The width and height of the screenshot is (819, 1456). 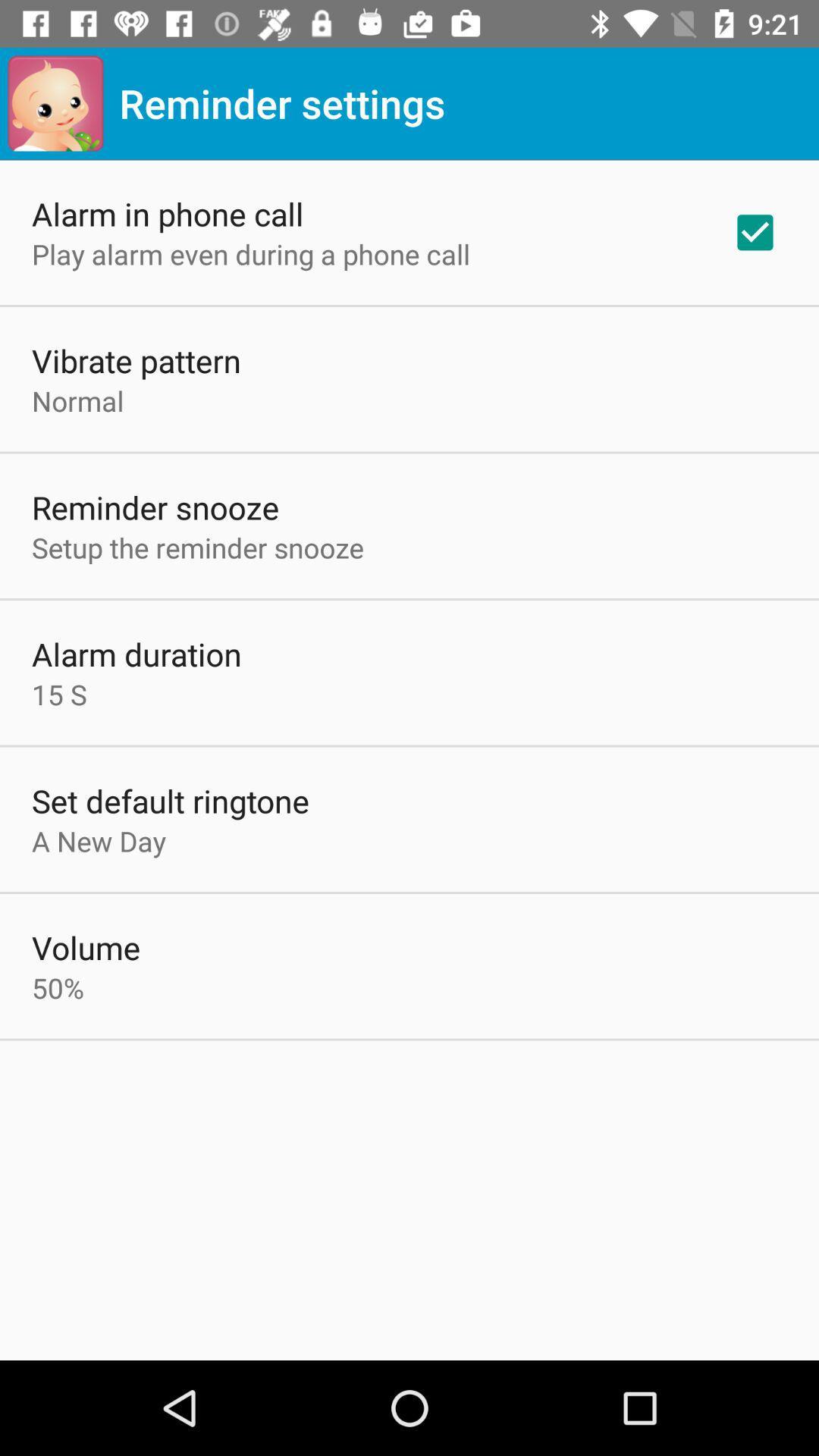 What do you see at coordinates (170, 800) in the screenshot?
I see `app below the 15 s` at bounding box center [170, 800].